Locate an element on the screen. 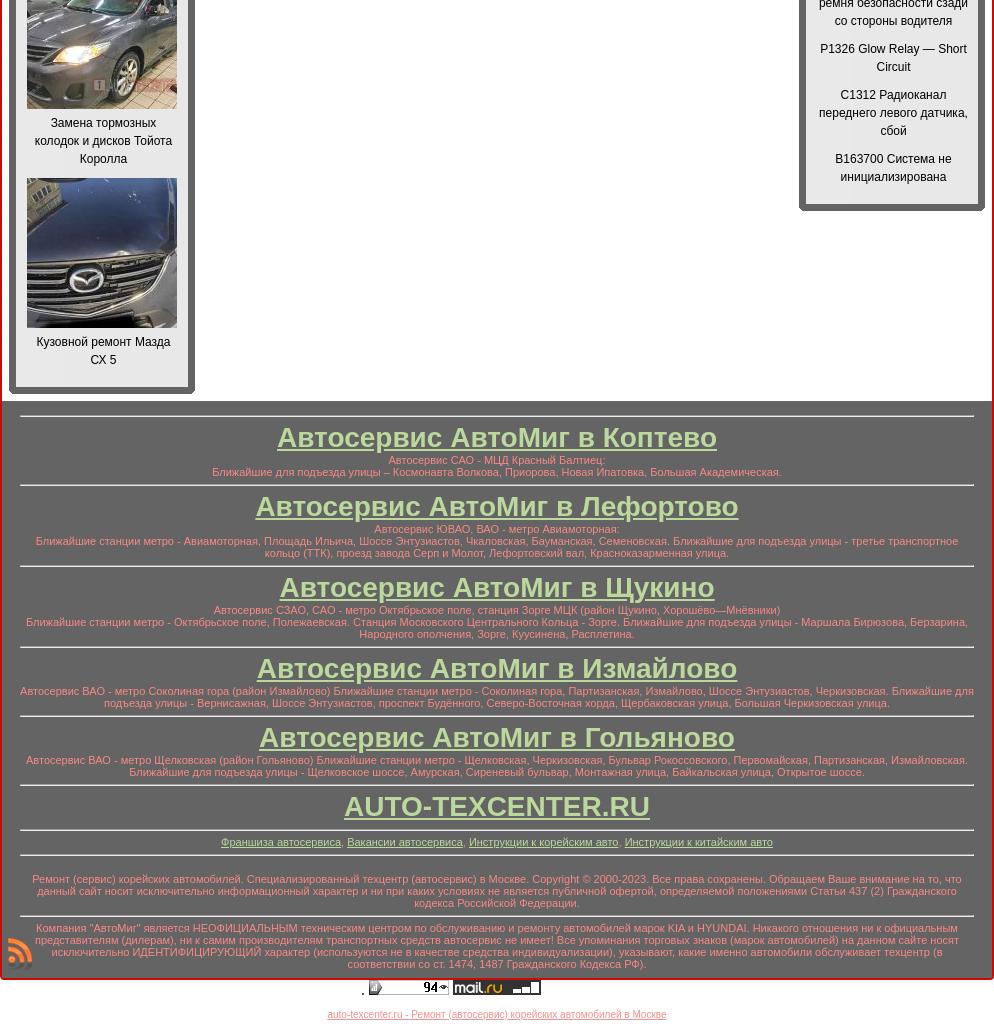 The image size is (994, 1030). 'Ремонт (сервис) корейских автомобилей. Специализированный техцентр (автосервис) в Москве. Copyright © 2000-2023. Все права сохранены.  Обращаем Ваше внимание на то, что данный сайт носит исключительно информационный характер и ни при каких условиях не является публичной офертой, определяемой положениями Статьи 437 (2) Гражданского кодекса Российской Федерации.' is located at coordinates (495, 890).